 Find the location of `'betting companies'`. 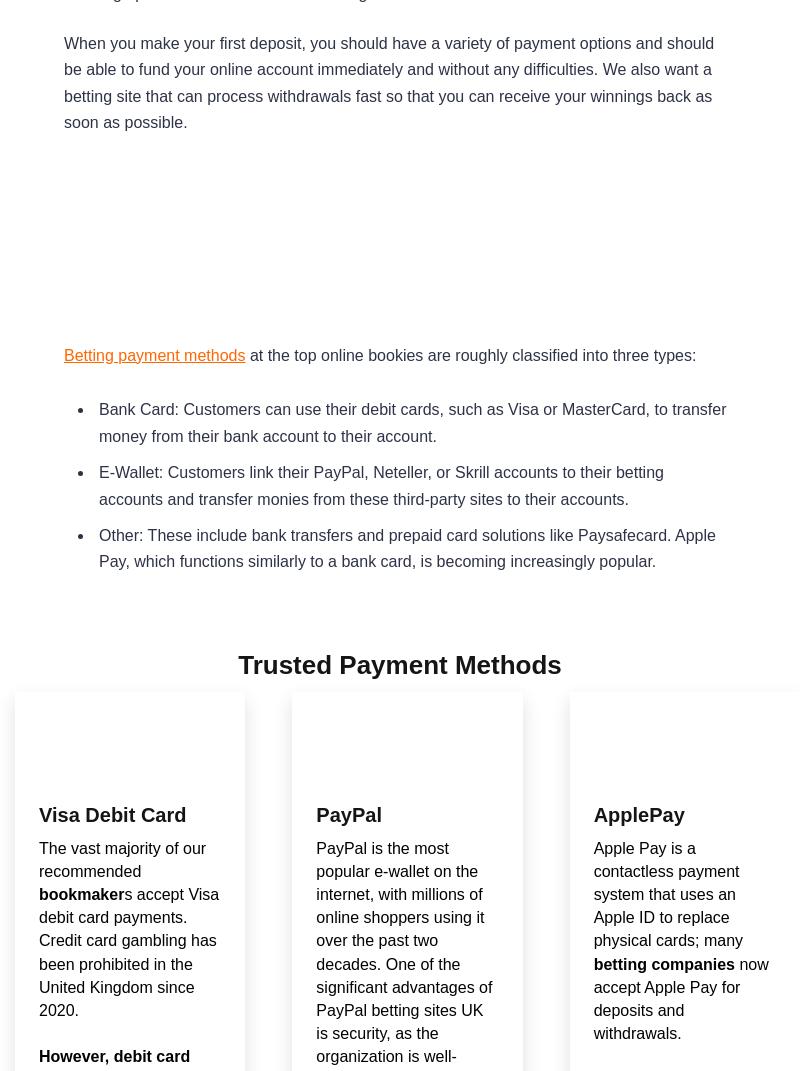

'betting companies' is located at coordinates (663, 962).